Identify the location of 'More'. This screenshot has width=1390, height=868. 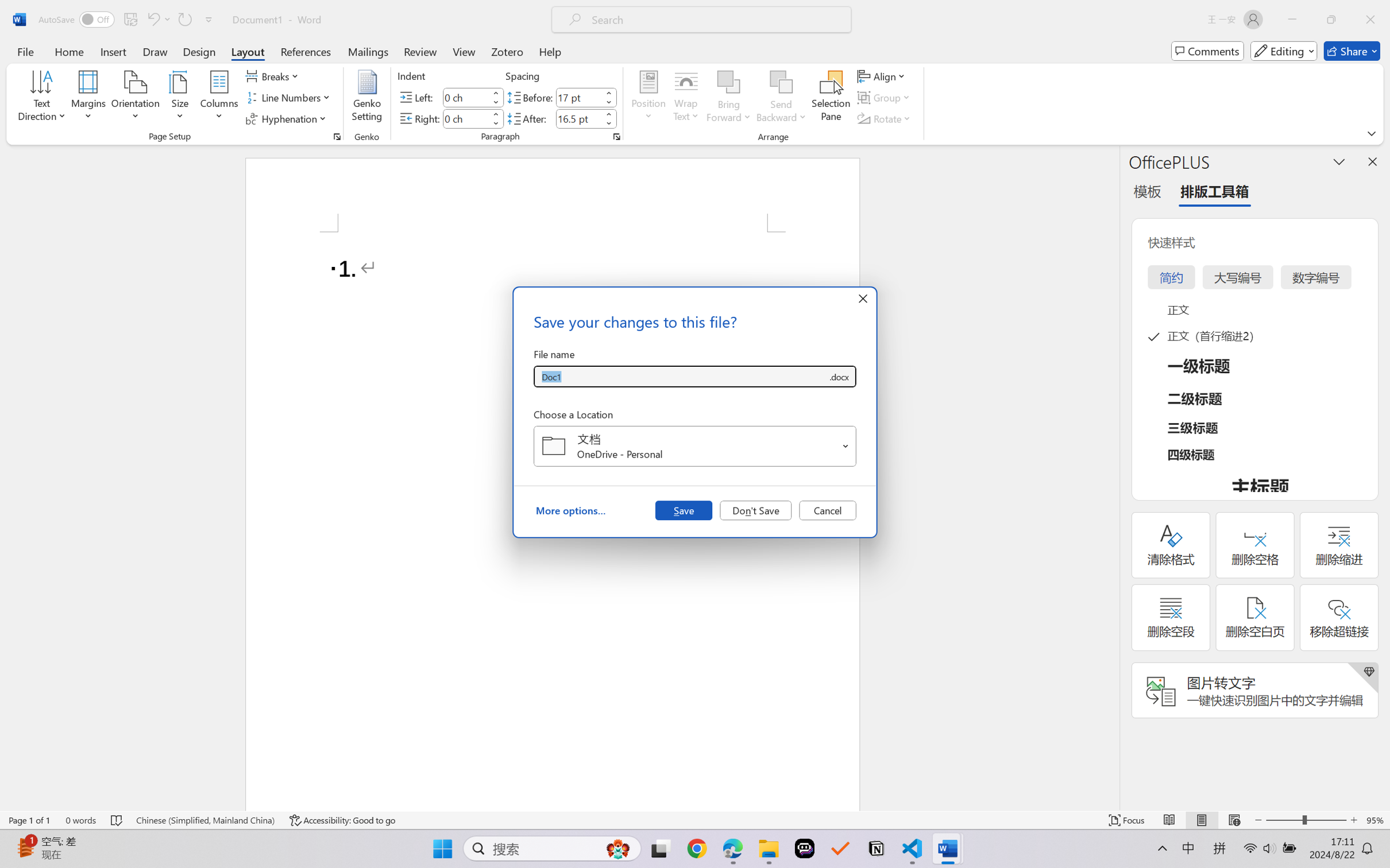
(608, 114).